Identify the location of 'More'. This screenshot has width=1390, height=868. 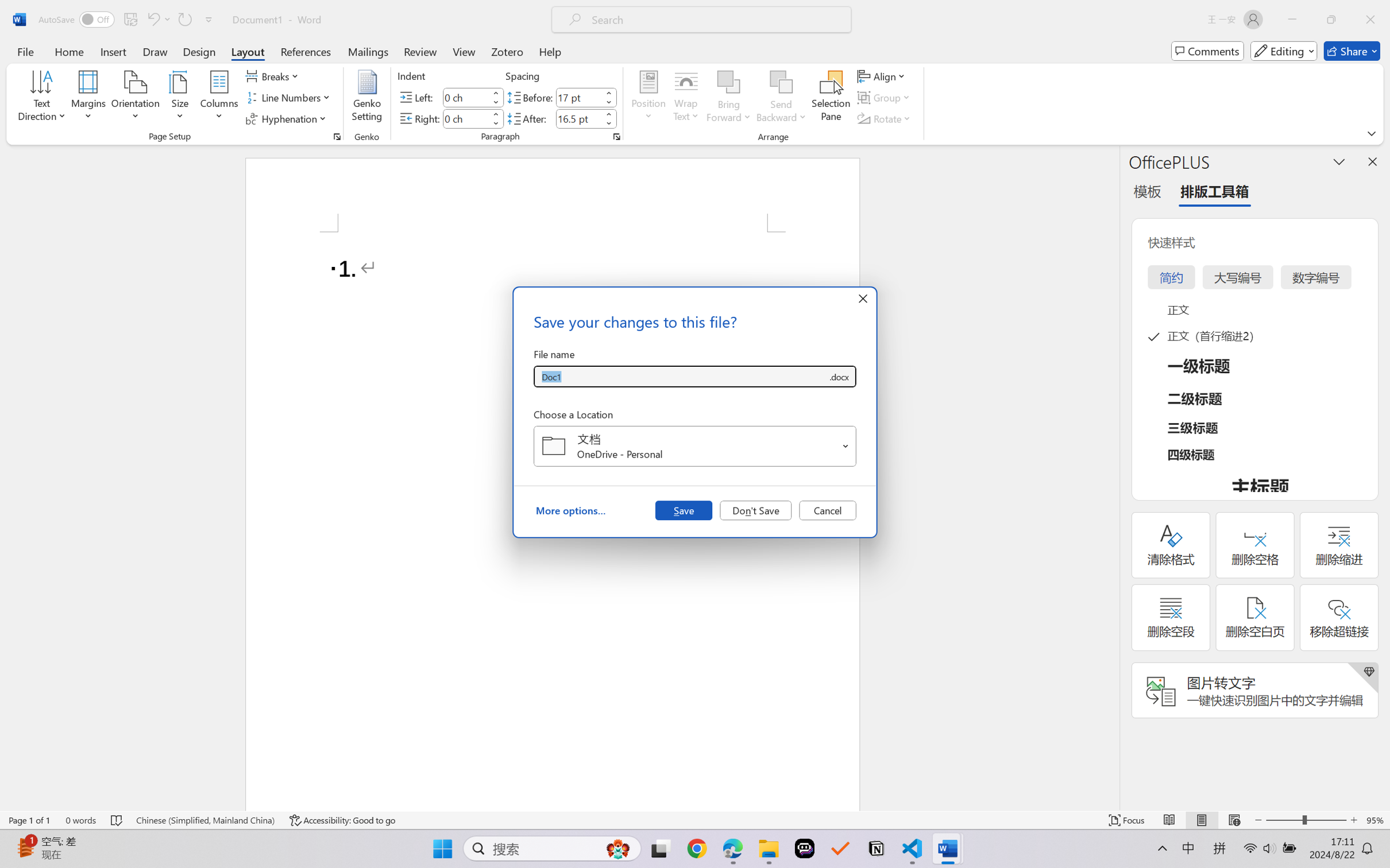
(608, 114).